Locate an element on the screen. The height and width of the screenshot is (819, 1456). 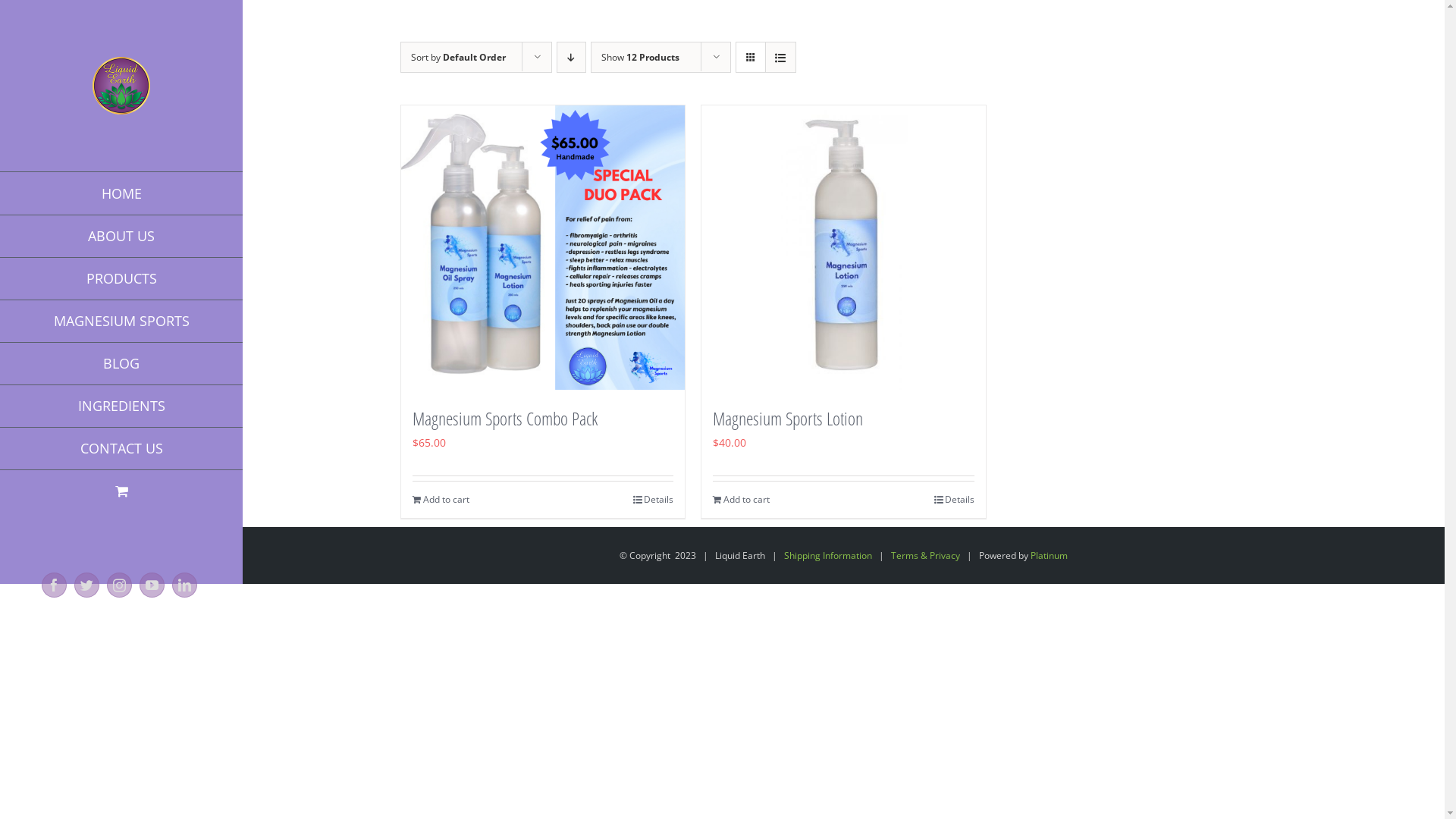
'Magnesium Sports Lotion' is located at coordinates (787, 418).